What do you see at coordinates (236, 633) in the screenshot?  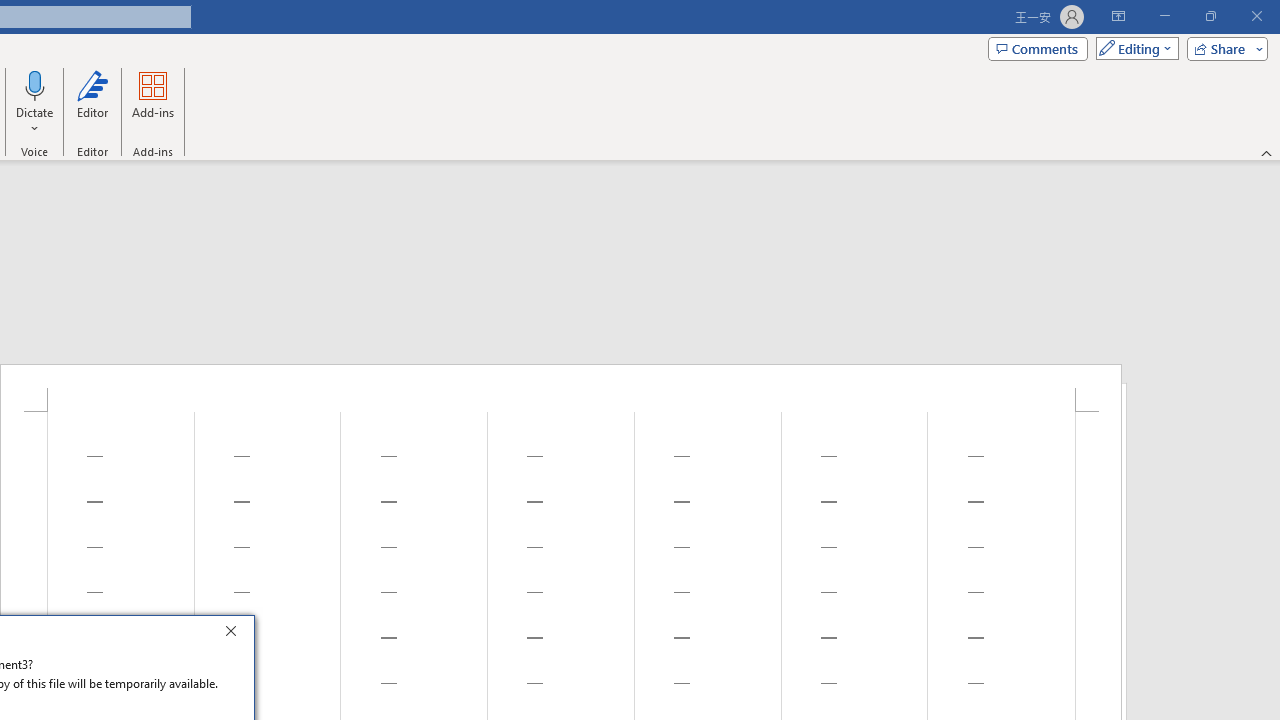 I see `'Close'` at bounding box center [236, 633].